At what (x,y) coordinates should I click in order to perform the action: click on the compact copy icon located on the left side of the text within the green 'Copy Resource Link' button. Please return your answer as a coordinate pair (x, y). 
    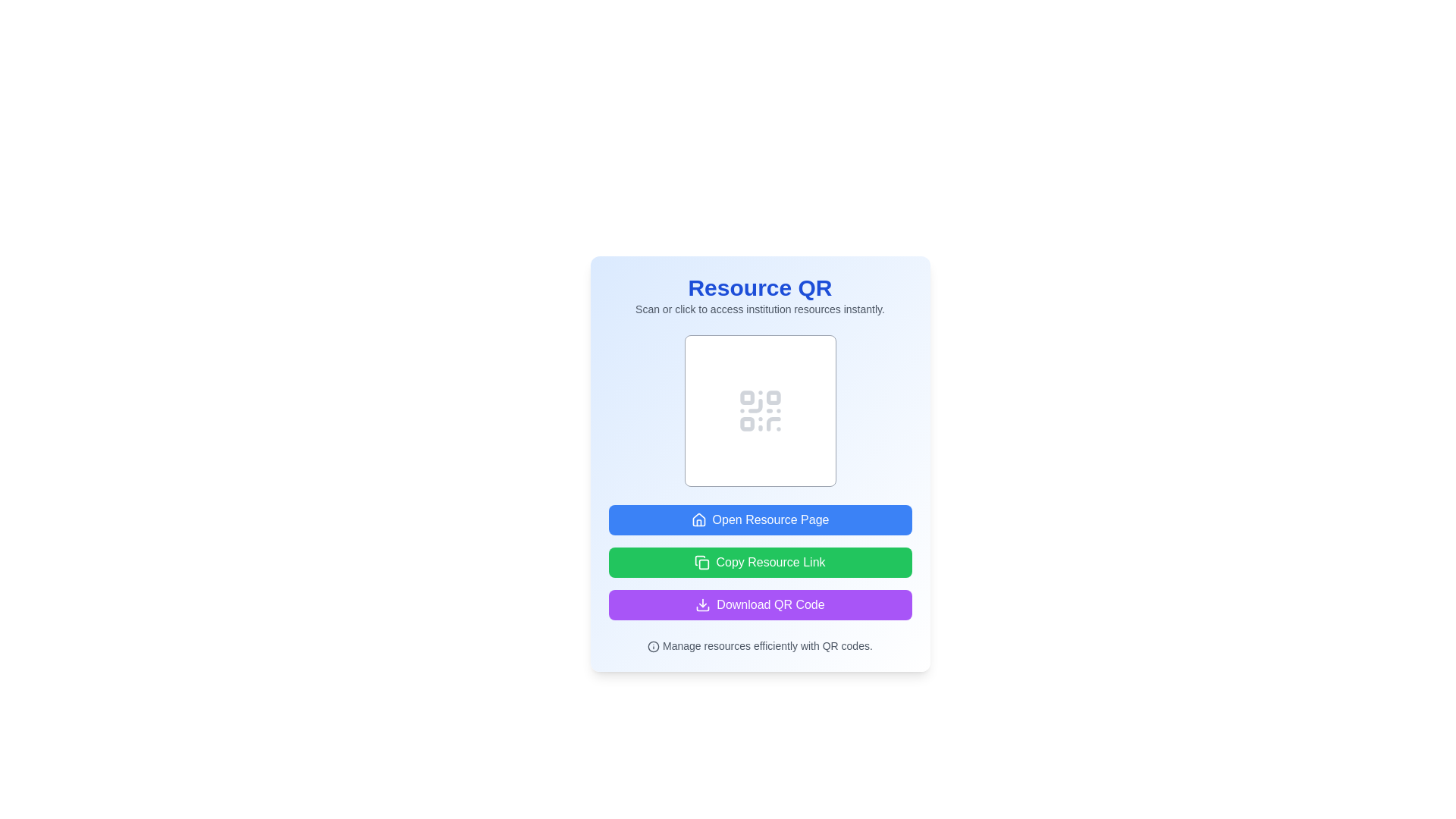
    Looking at the image, I should click on (701, 562).